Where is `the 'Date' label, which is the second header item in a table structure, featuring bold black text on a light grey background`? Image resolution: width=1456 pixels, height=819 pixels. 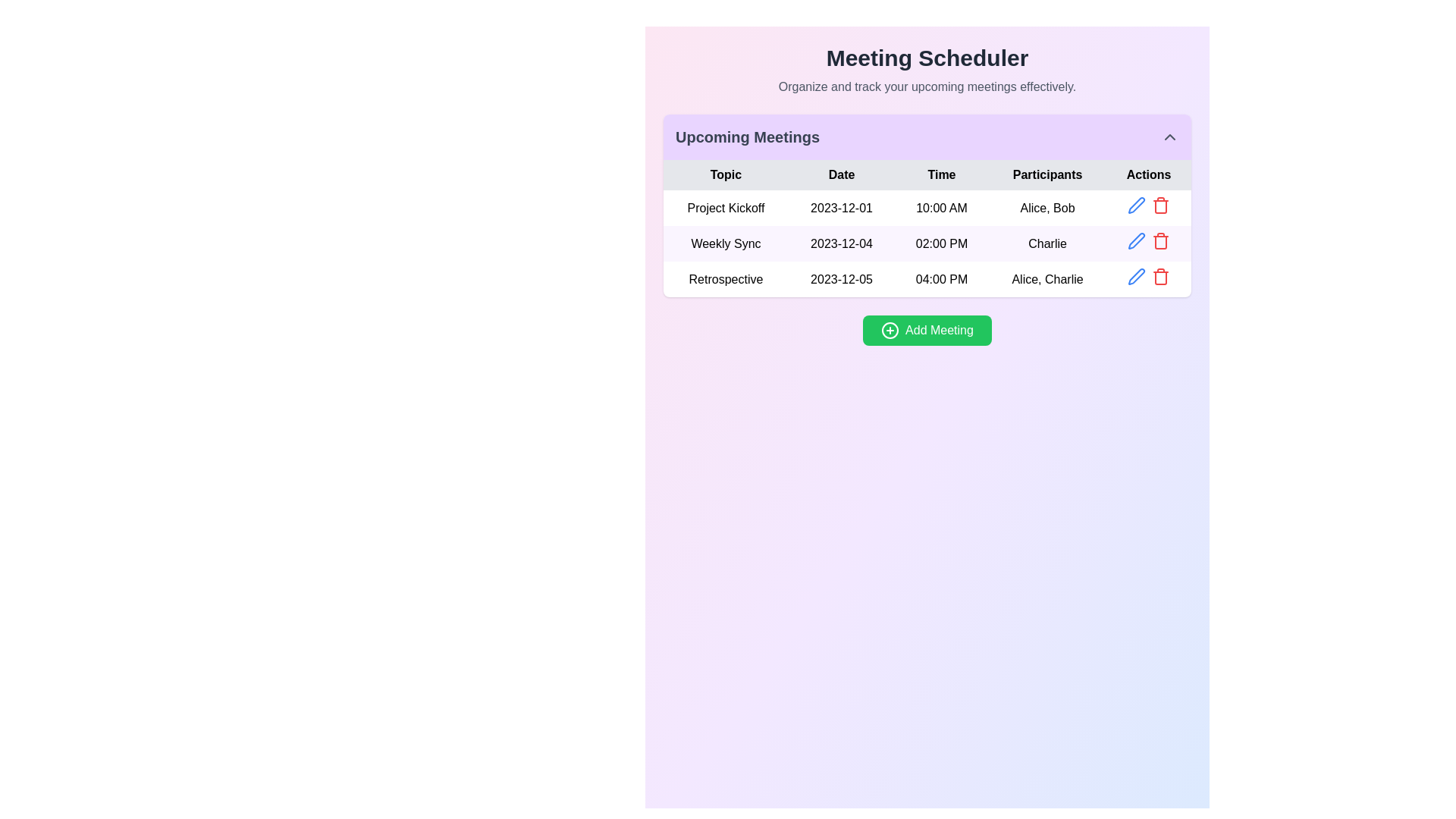
the 'Date' label, which is the second header item in a table structure, featuring bold black text on a light grey background is located at coordinates (840, 174).